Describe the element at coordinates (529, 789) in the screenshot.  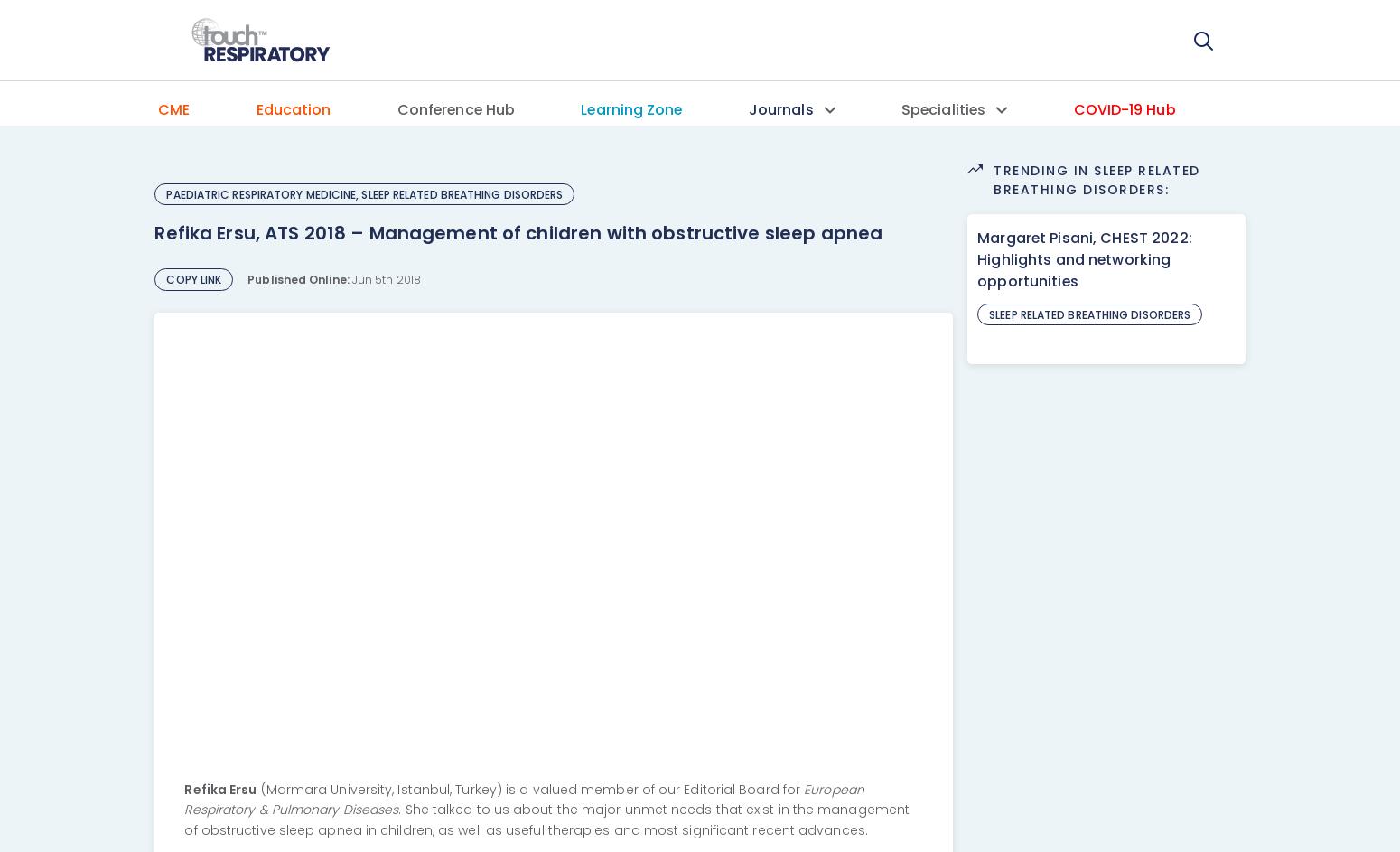
I see `'(Marmara University, Istanbul, Turkey) is a valued member of our Editorial Board for'` at that location.